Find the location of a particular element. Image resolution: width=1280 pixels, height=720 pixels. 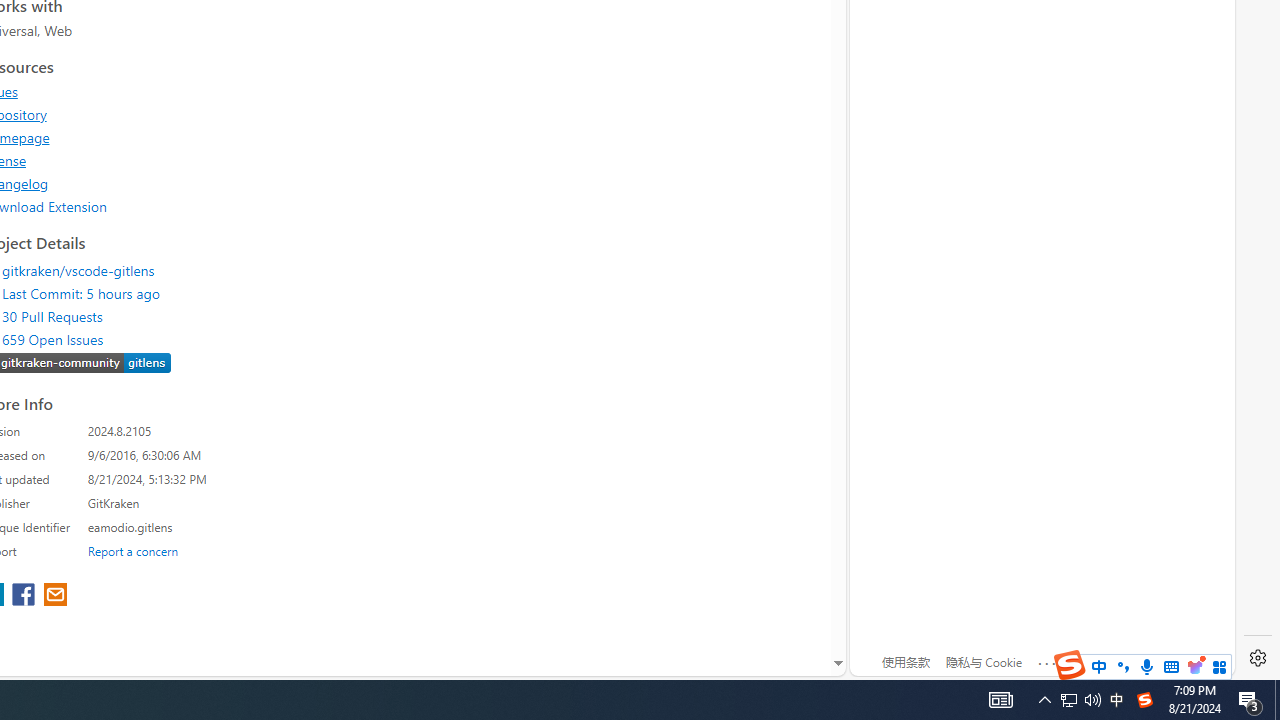

'Report a concern' is located at coordinates (132, 550).